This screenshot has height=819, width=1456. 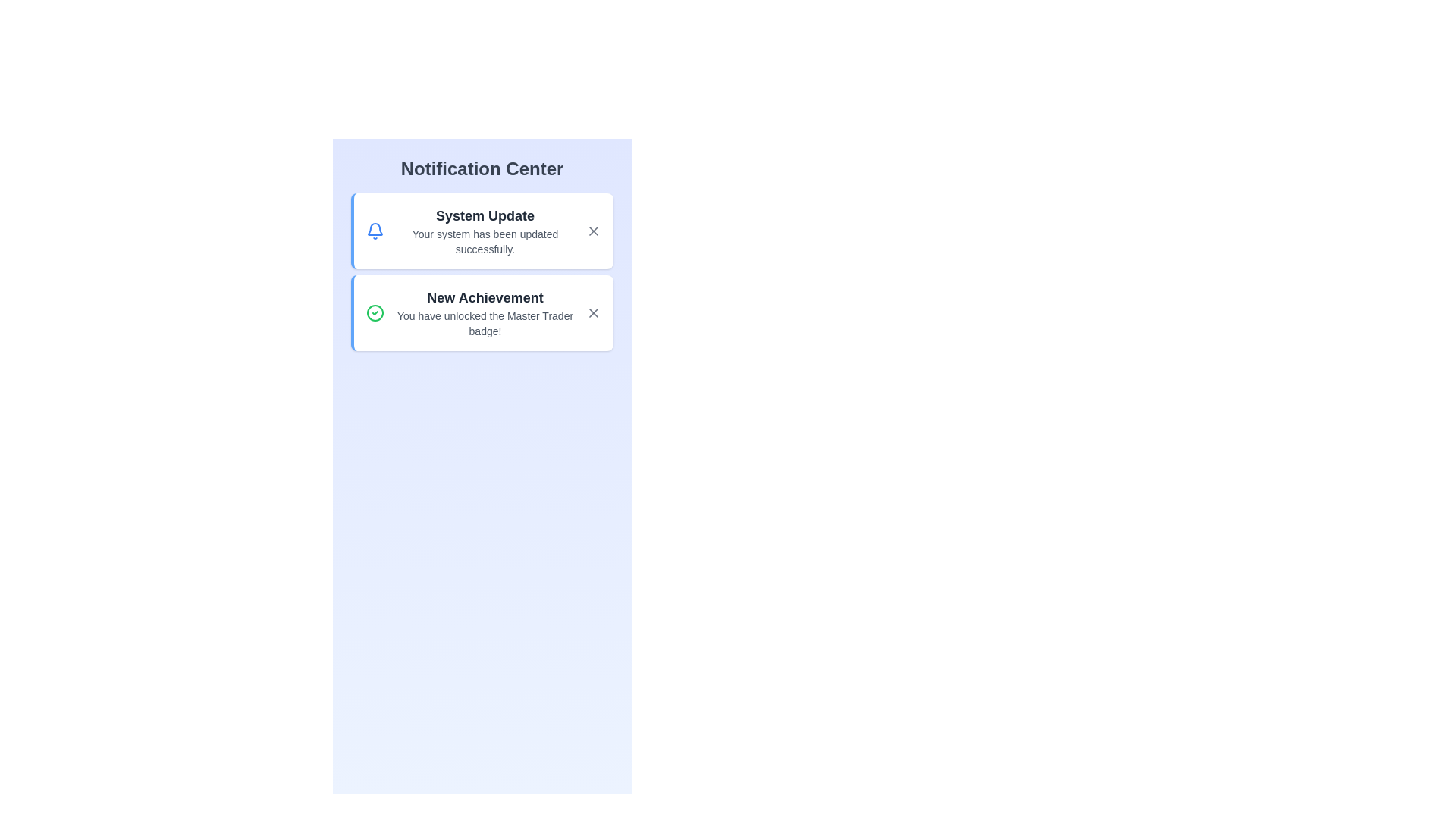 What do you see at coordinates (484, 298) in the screenshot?
I see `the 'New Achievement' text element that displays prominently in the notification card layout, even though it is marked as non-interactive` at bounding box center [484, 298].